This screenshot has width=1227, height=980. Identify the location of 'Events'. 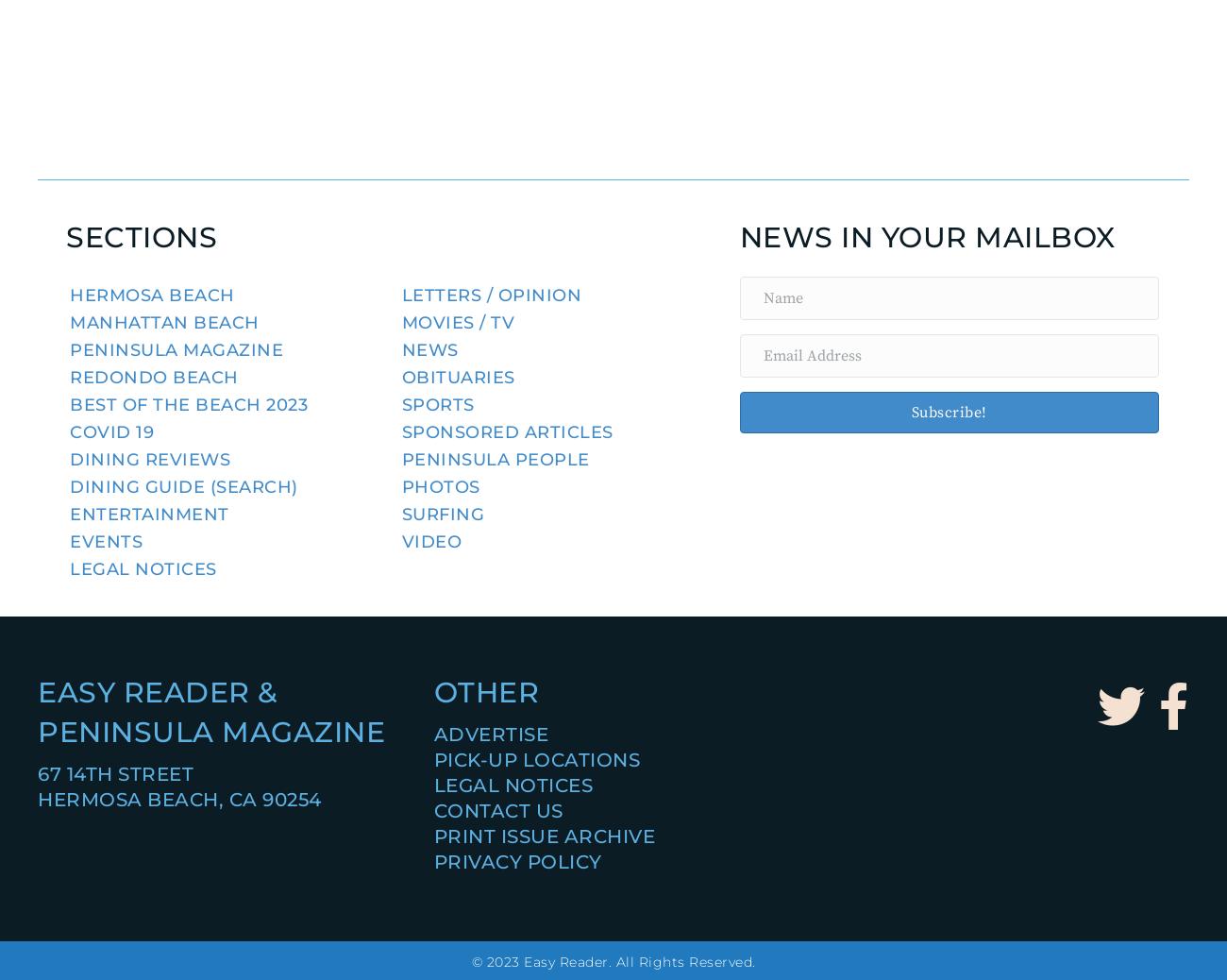
(105, 541).